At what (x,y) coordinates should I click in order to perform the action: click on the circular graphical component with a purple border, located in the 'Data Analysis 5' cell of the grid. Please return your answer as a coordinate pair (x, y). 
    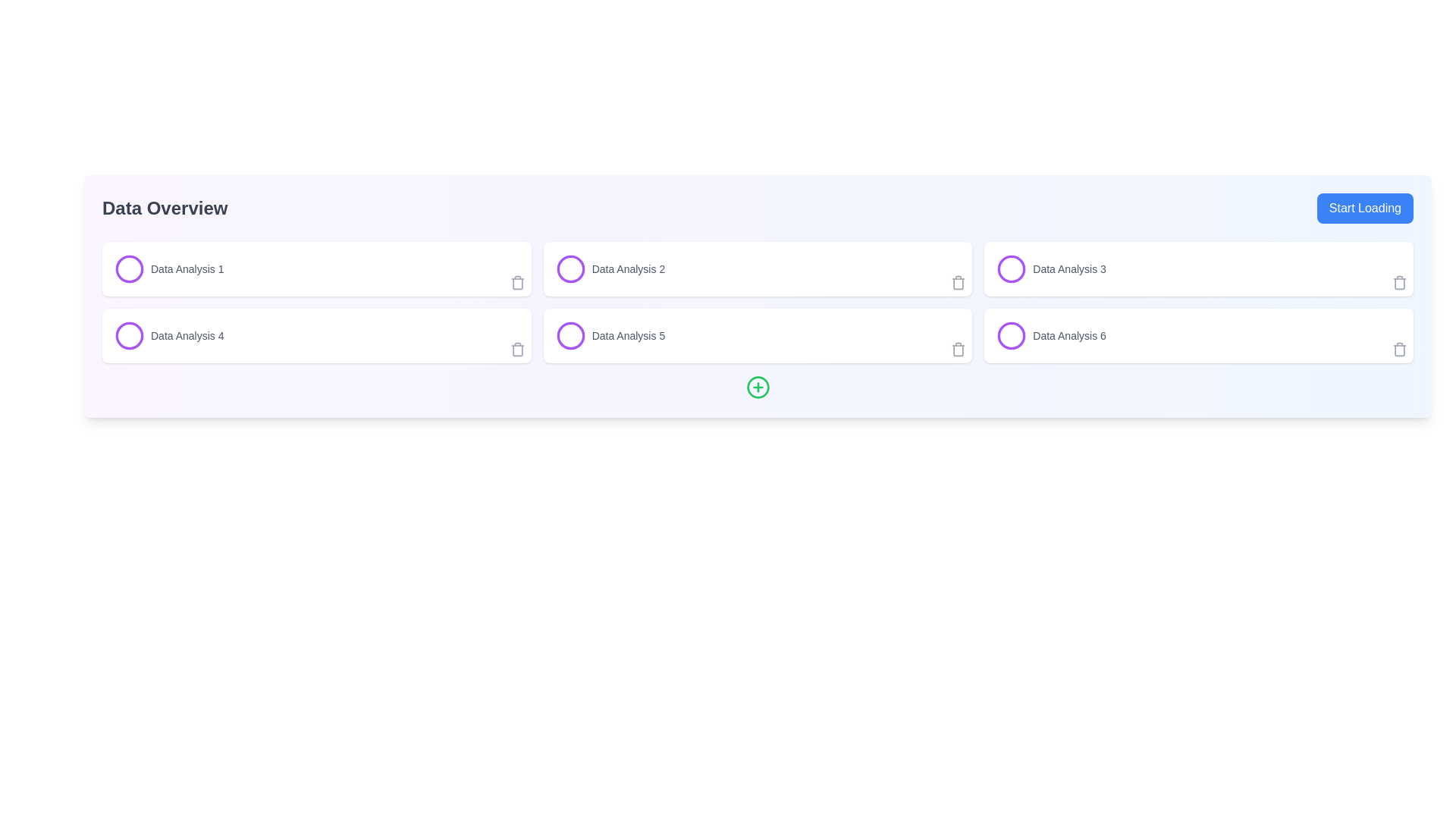
    Looking at the image, I should click on (570, 335).